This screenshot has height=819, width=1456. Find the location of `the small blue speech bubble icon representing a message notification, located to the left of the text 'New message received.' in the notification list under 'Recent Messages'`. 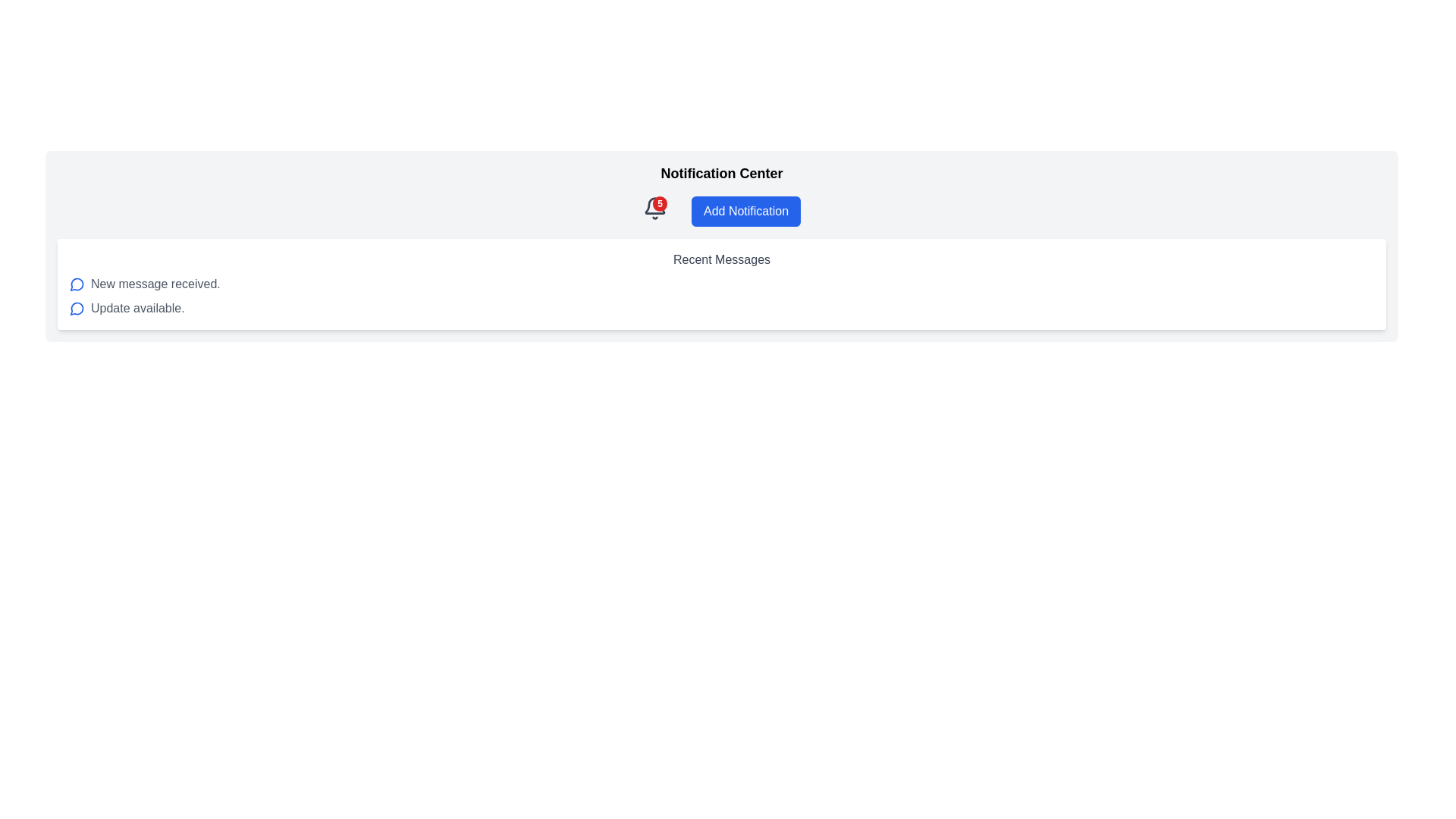

the small blue speech bubble icon representing a message notification, located to the left of the text 'New message received.' in the notification list under 'Recent Messages' is located at coordinates (76, 284).